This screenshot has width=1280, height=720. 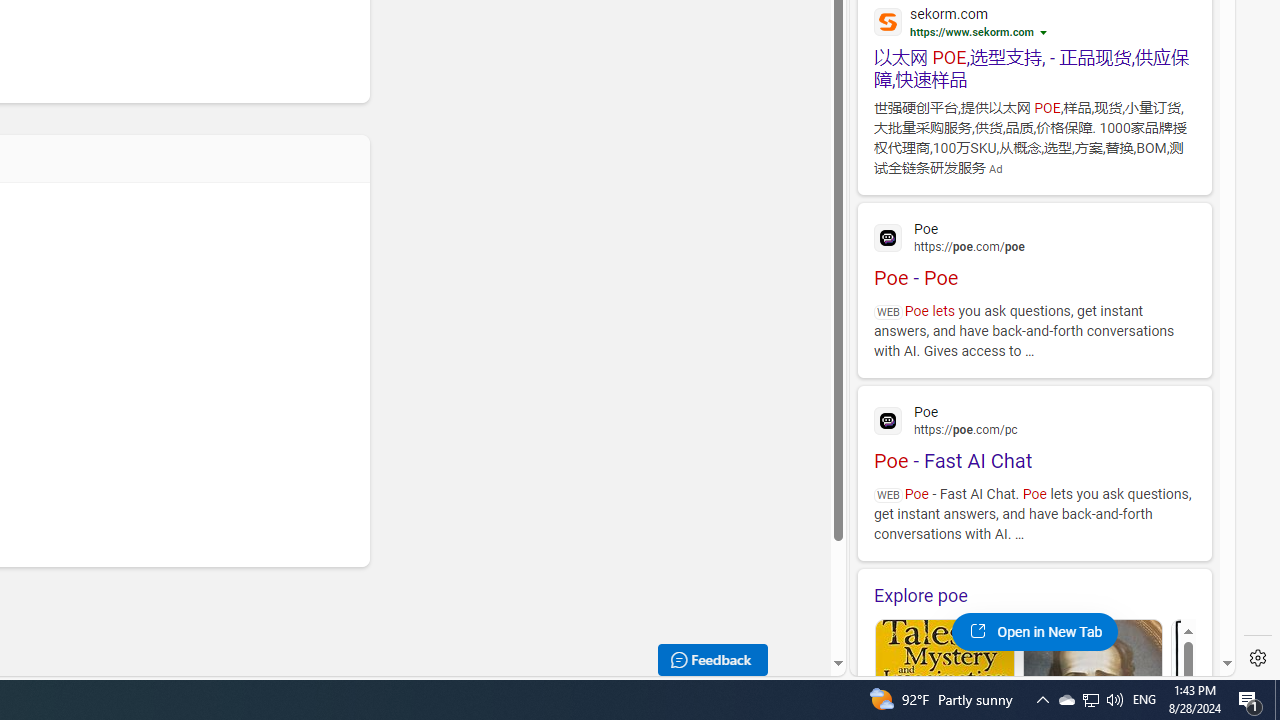 I want to click on 'Poe', so click(x=1034, y=418).